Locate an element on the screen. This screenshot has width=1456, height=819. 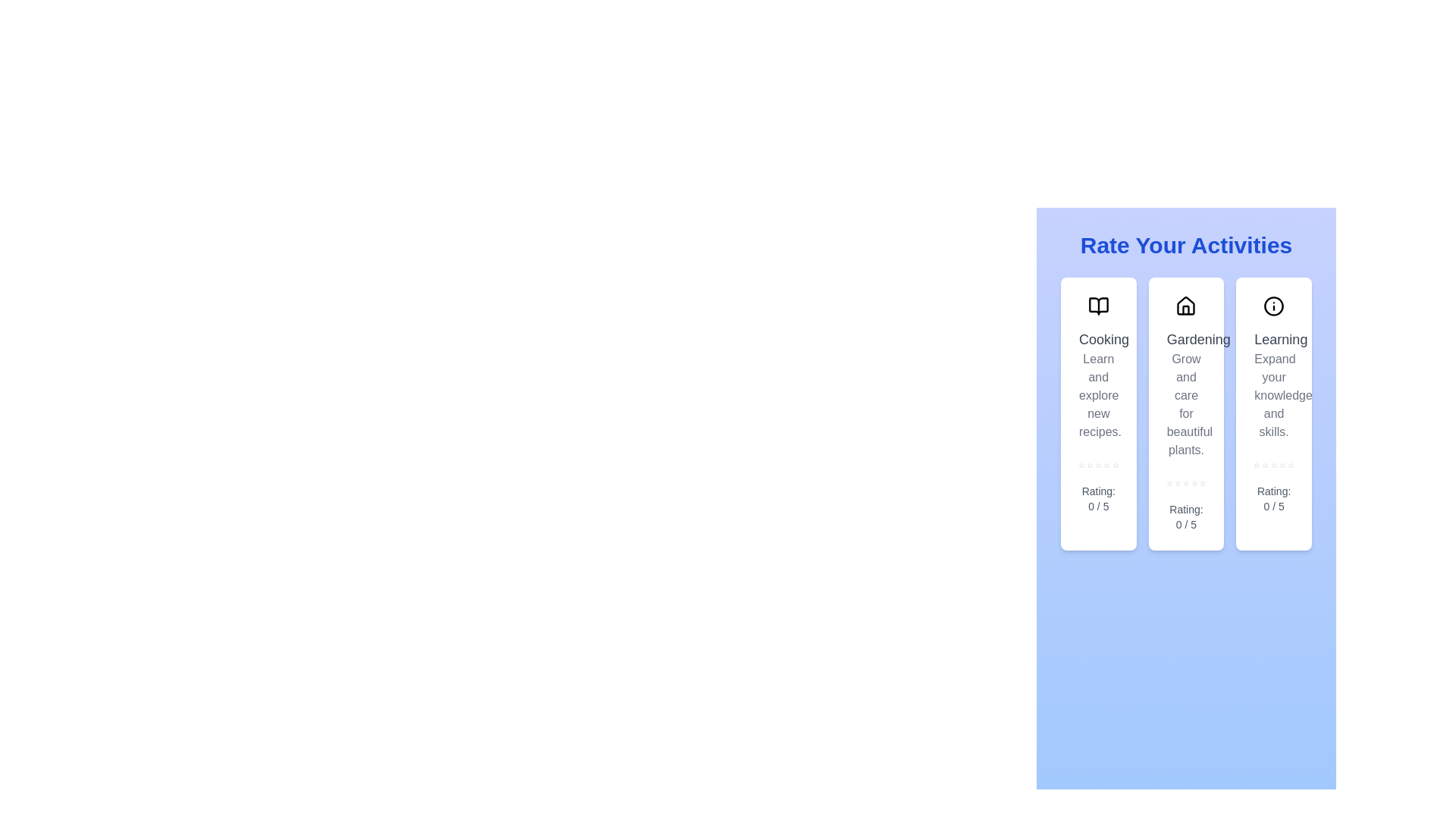
the rating for an activity to 1 stars is located at coordinates (1080, 464).